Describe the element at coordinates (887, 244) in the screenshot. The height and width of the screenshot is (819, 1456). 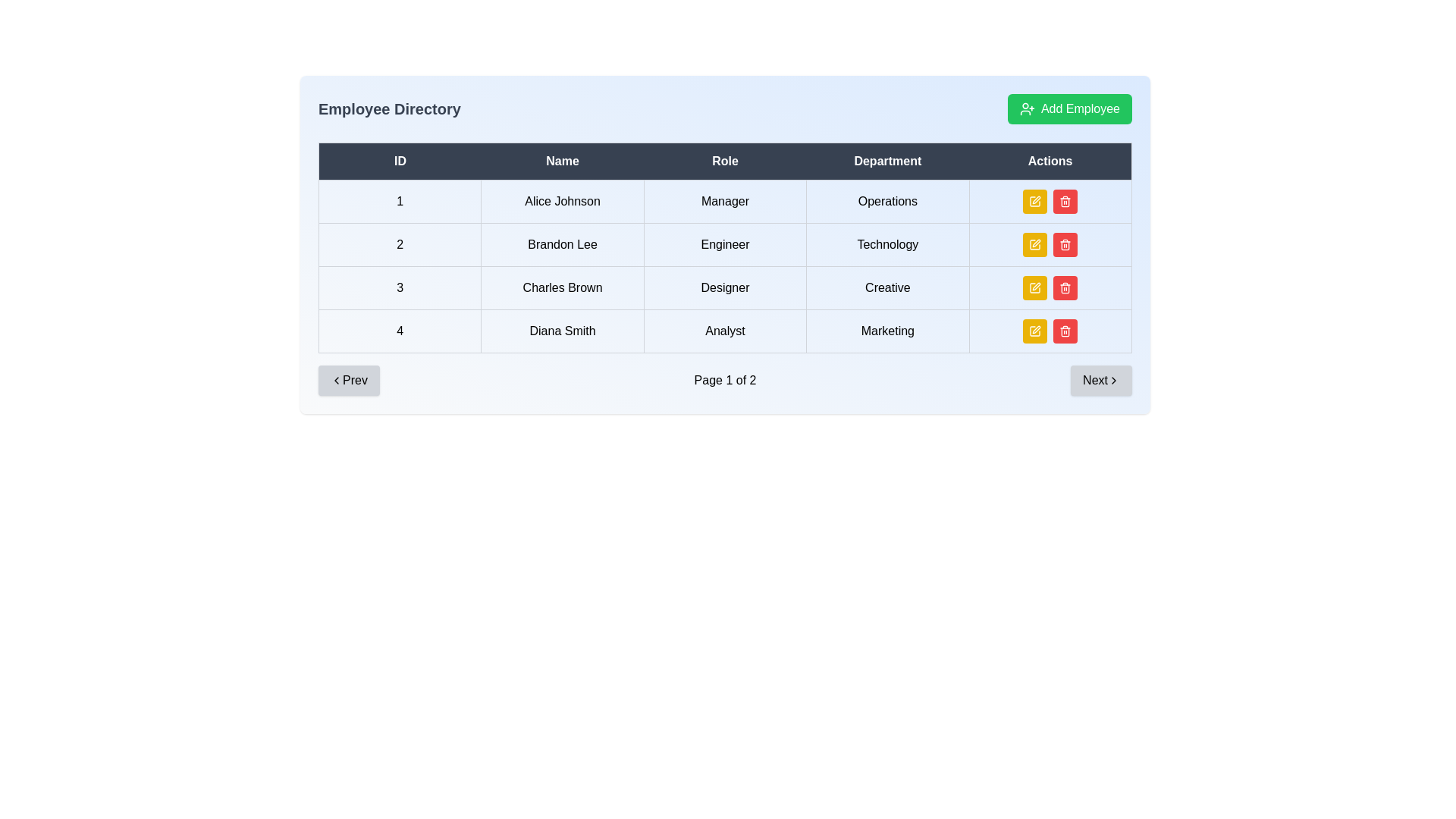
I see `the department label for employee 'Brandon Lee' located in the second row of the Employee Directory table, situated in the Department column` at that location.